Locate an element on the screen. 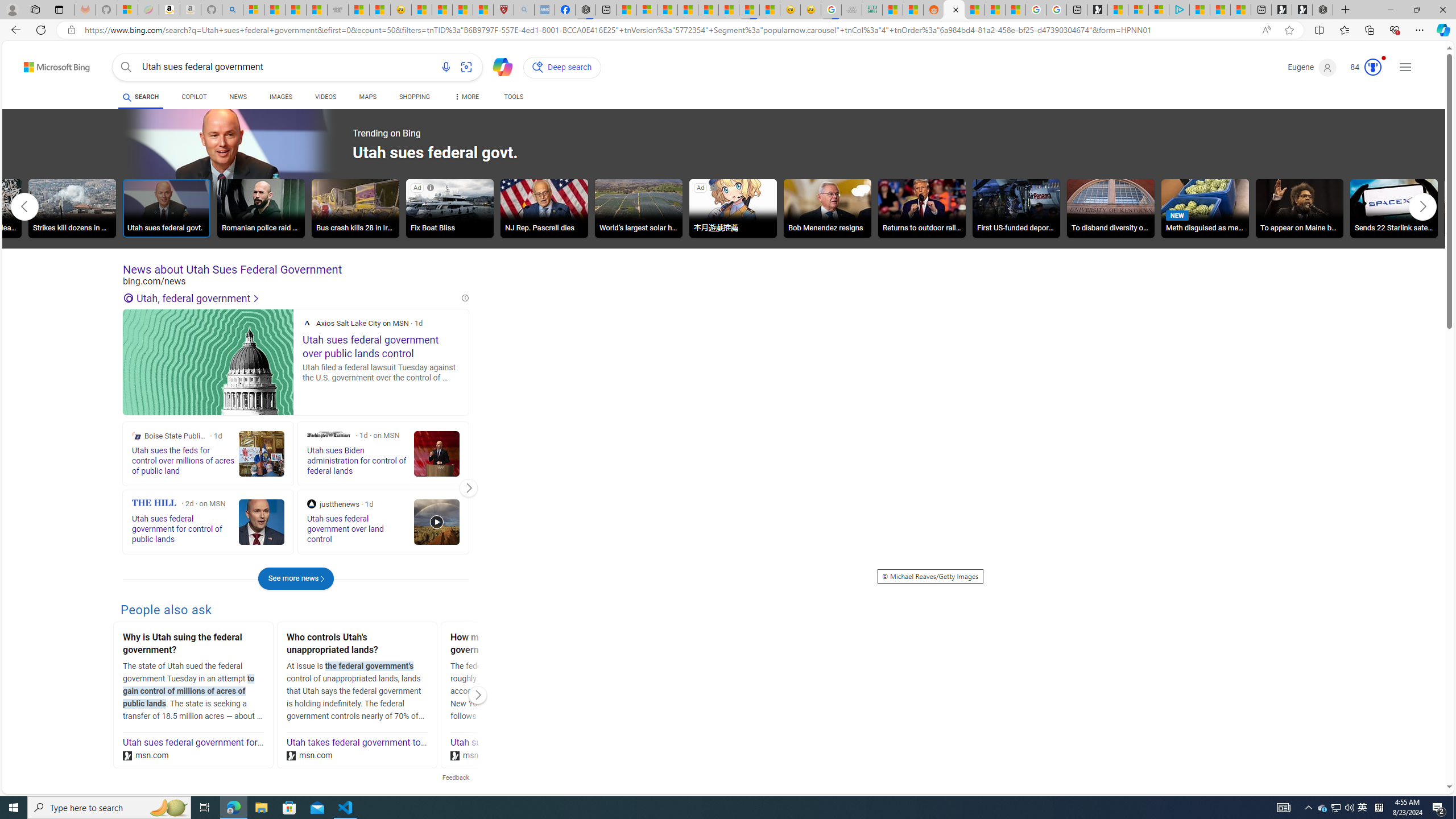 The width and height of the screenshot is (1456, 819). 'Eugene' is located at coordinates (1312, 67).